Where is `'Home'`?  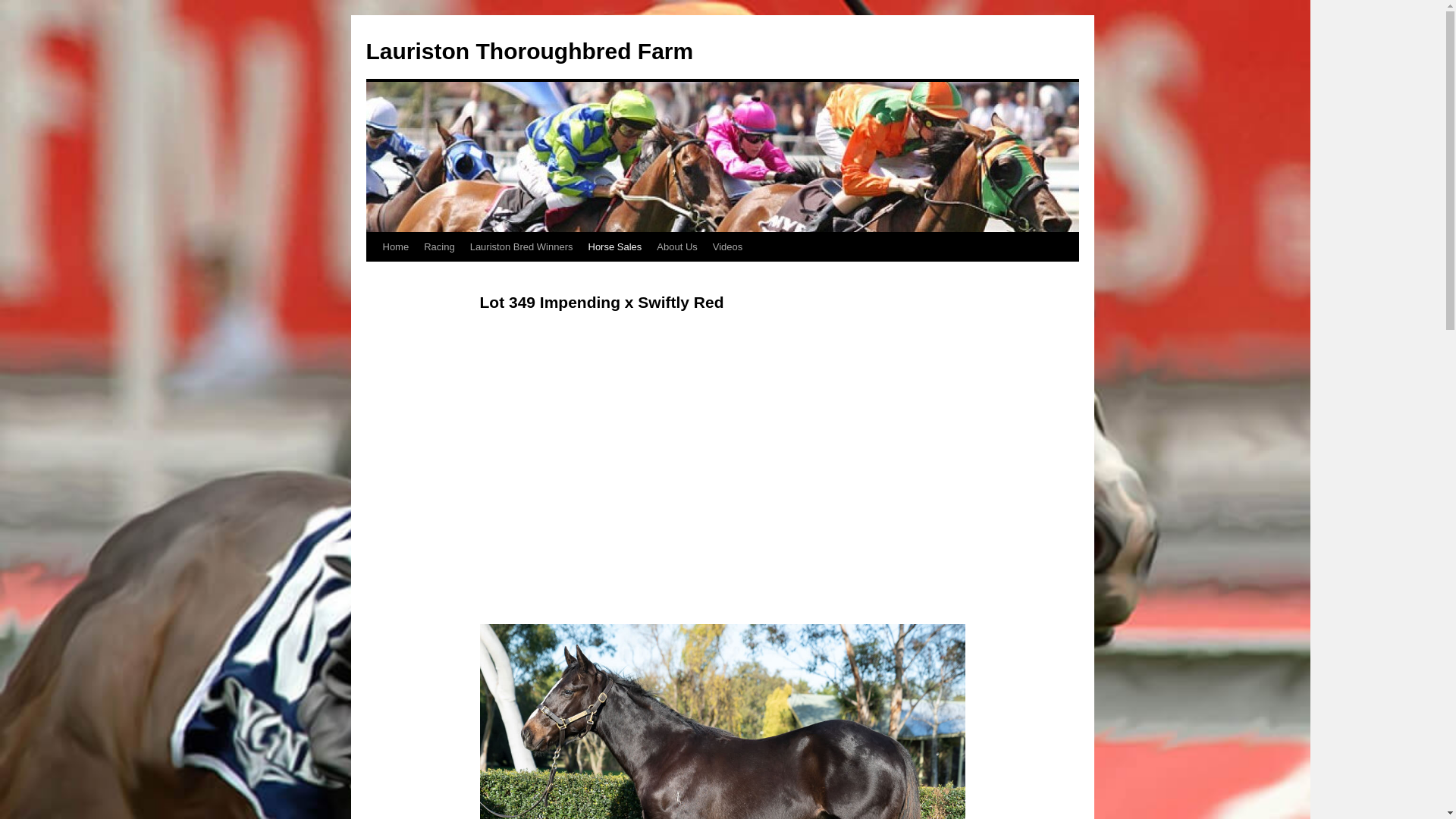
'Home' is located at coordinates (375, 246).